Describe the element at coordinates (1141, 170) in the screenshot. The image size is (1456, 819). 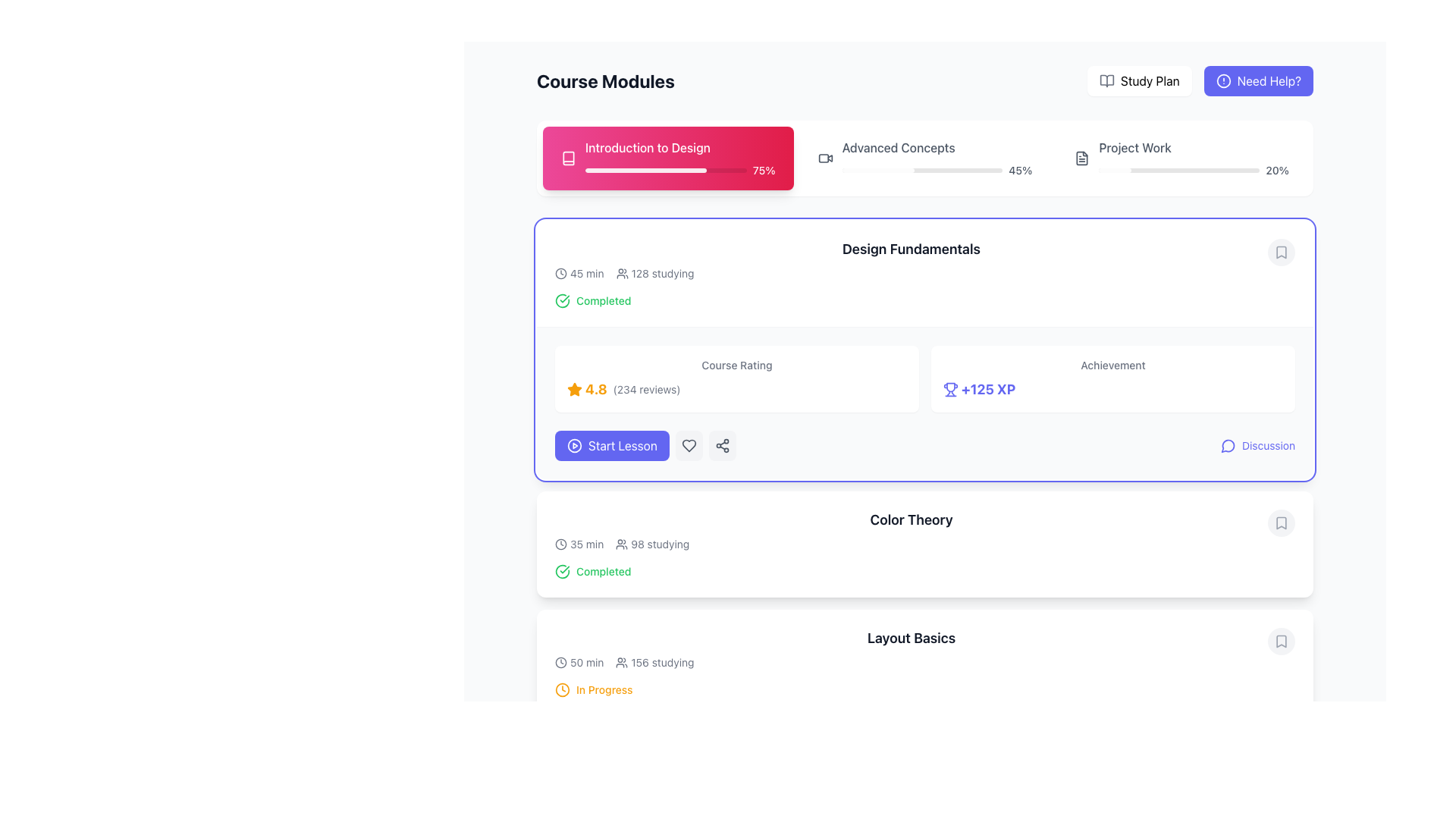
I see `the Project Work progress` at that location.